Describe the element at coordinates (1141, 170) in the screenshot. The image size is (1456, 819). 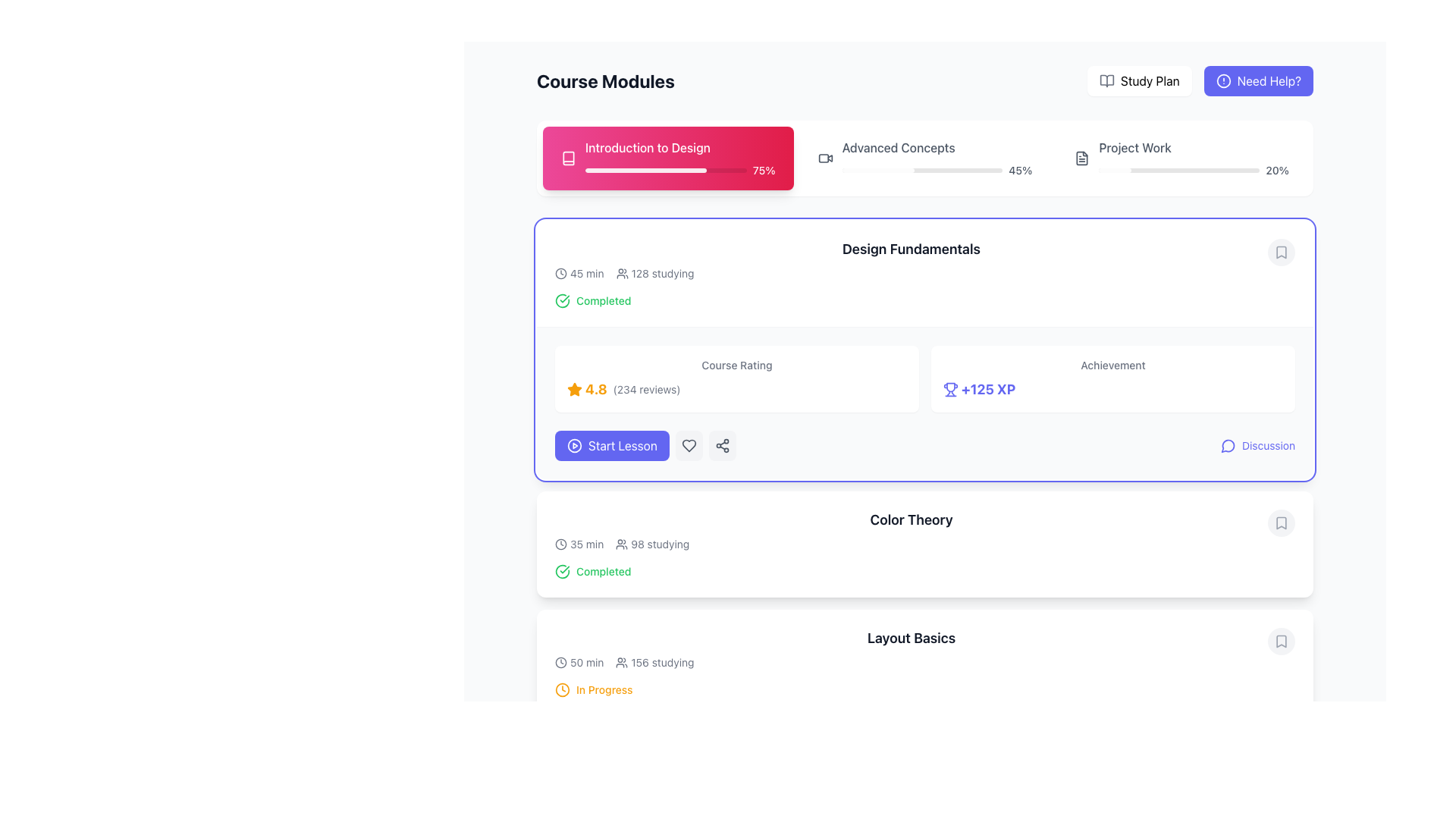
I see `the Project Work progress` at that location.